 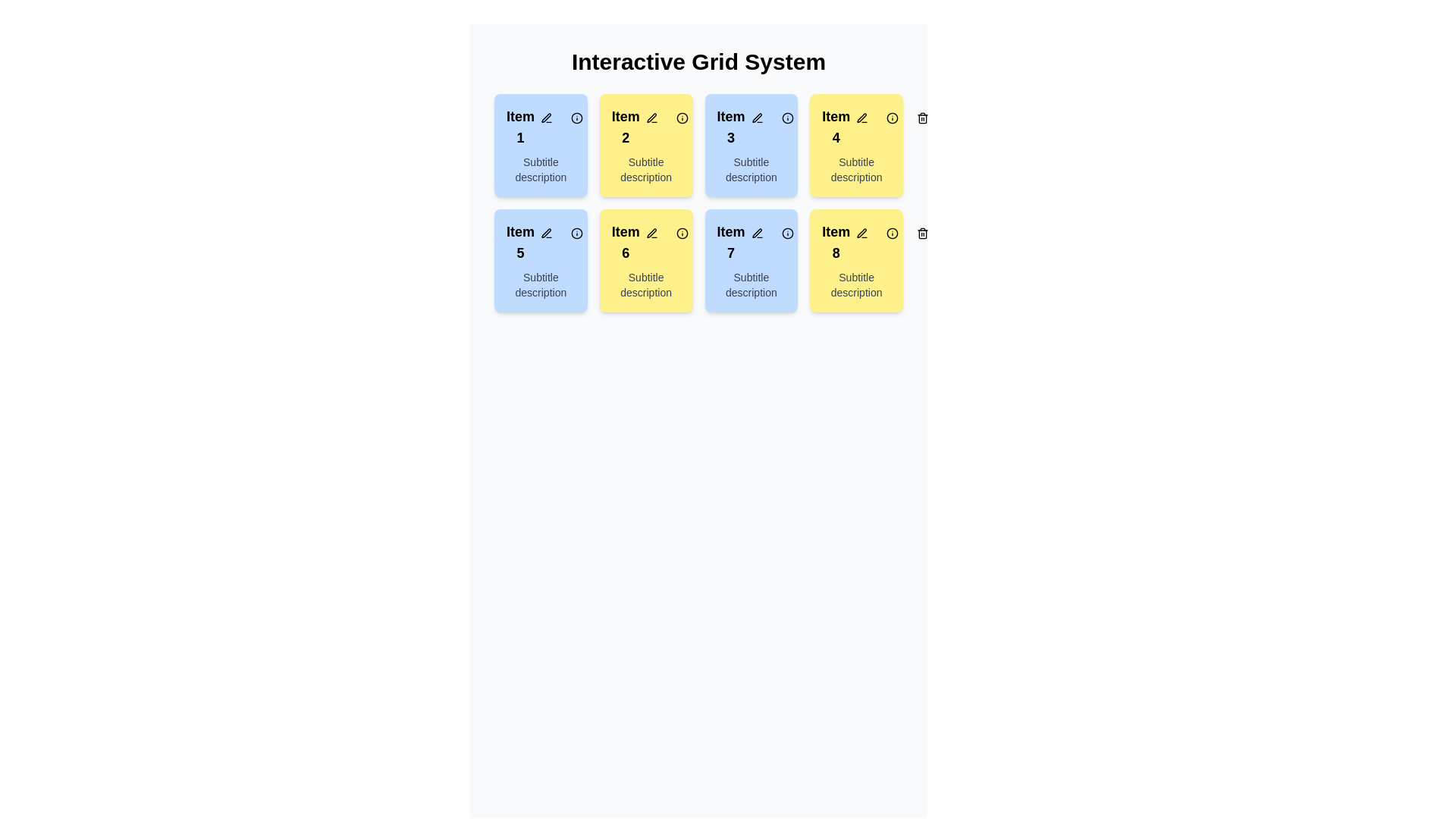 What do you see at coordinates (576, 234) in the screenshot?
I see `the Circle icon representing the info feature within the 'Item 5' card located in the second row, first column of the interactive grid` at bounding box center [576, 234].